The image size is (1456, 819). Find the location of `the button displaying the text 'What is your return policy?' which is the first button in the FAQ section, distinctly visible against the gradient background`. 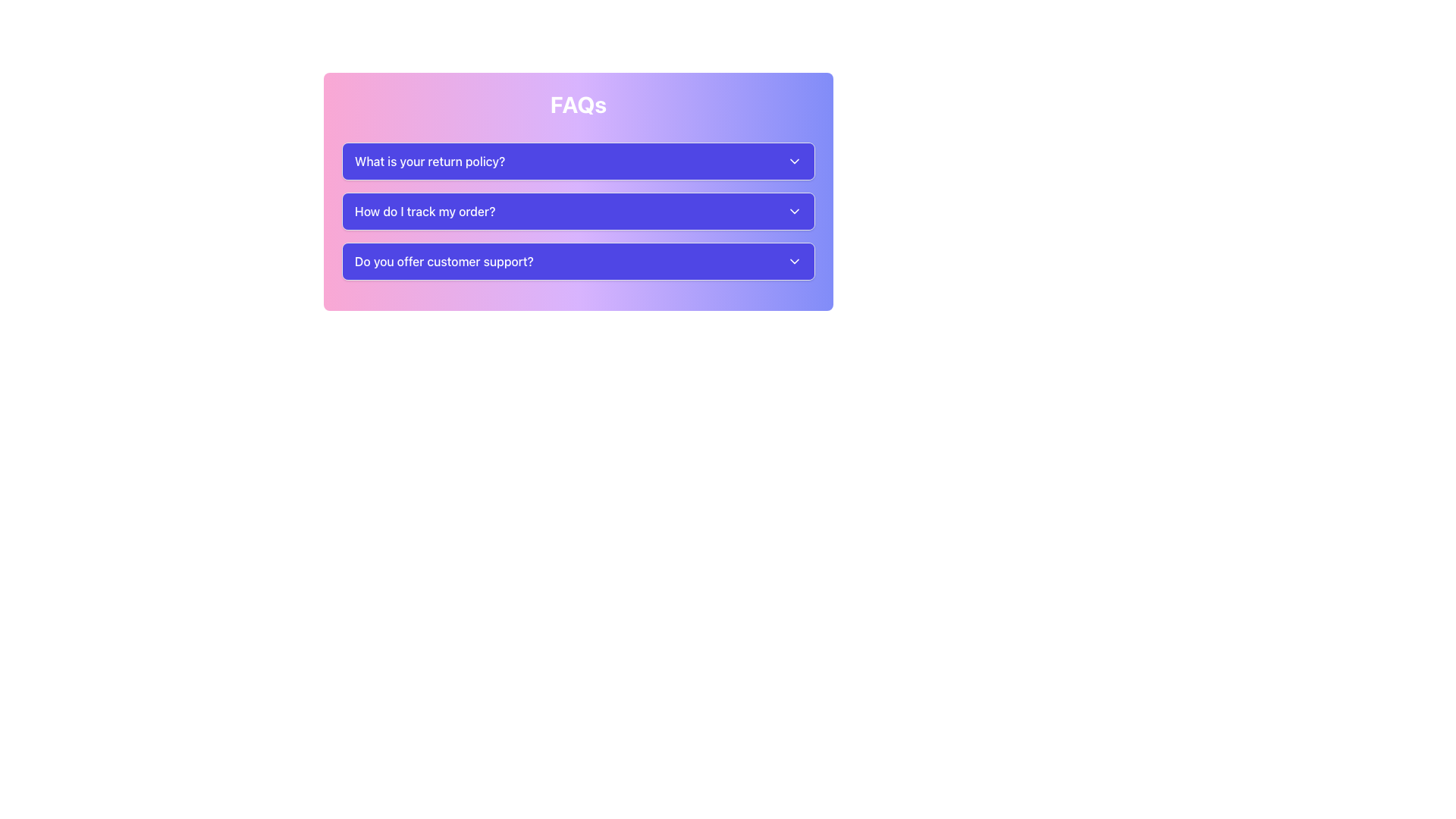

the button displaying the text 'What is your return policy?' which is the first button in the FAQ section, distinctly visible against the gradient background is located at coordinates (429, 161).